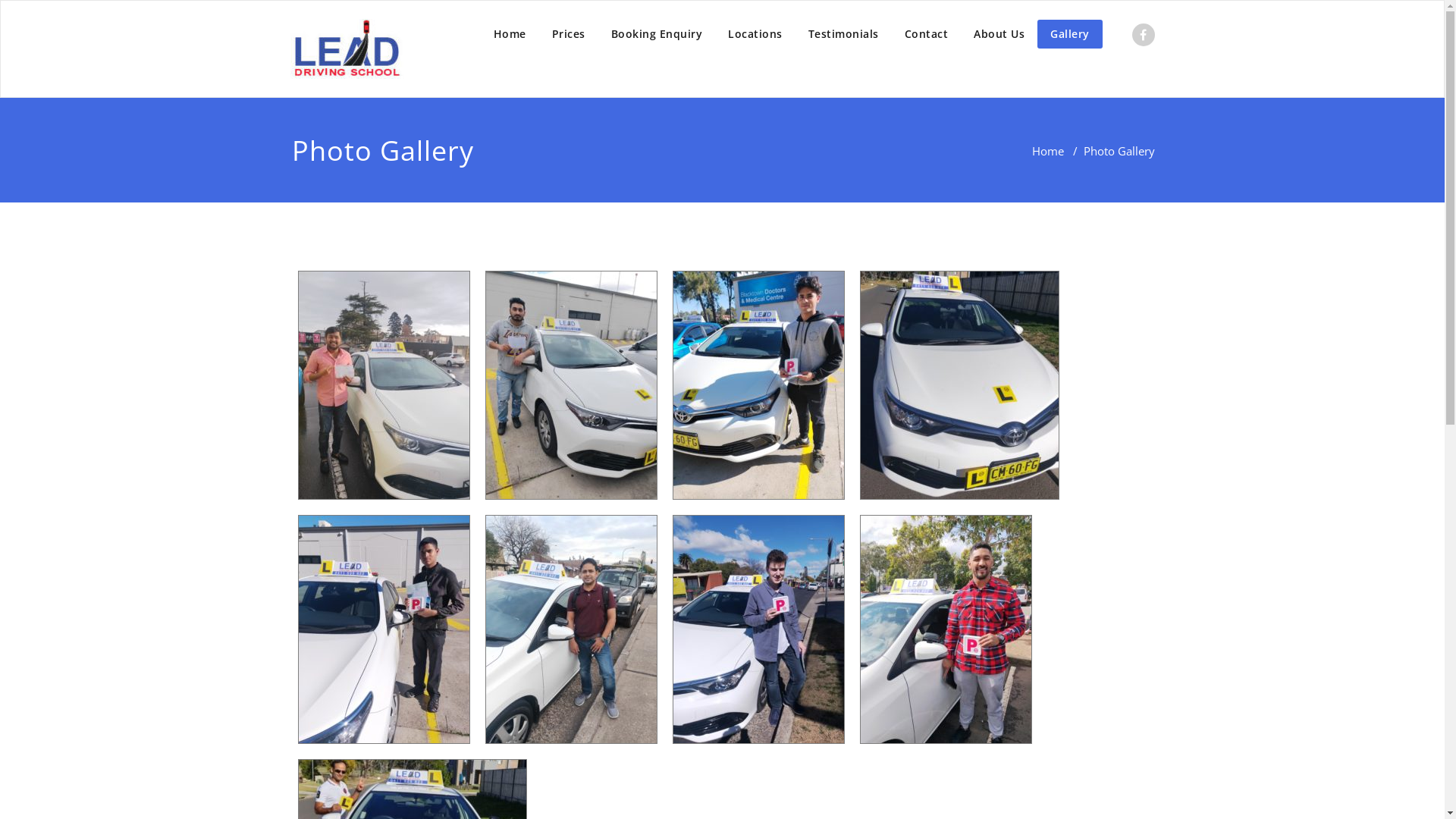 This screenshot has height=819, width=1456. I want to click on 'Contact', so click(926, 34).